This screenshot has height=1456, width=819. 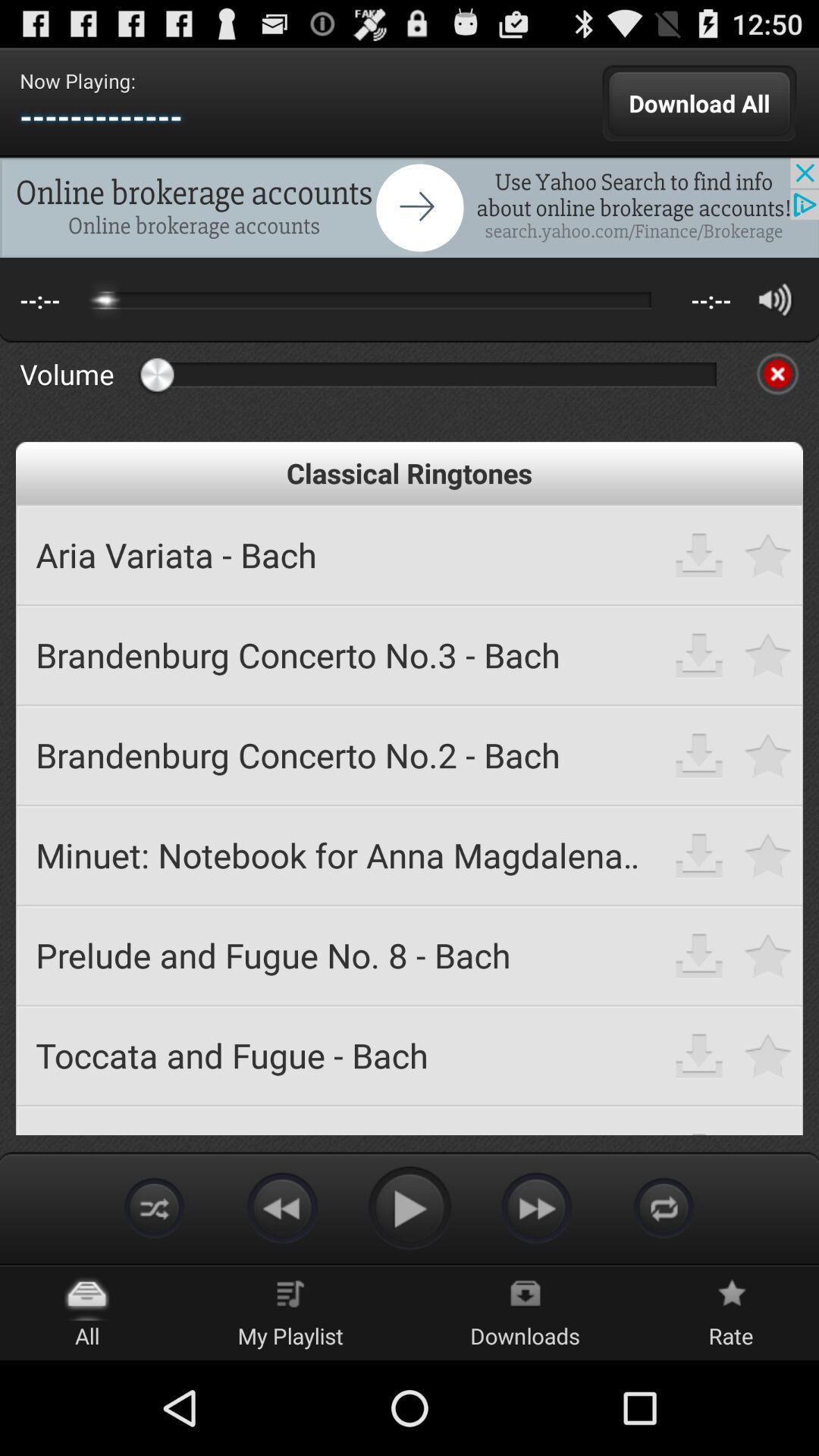 I want to click on go forward, so click(x=536, y=1207).